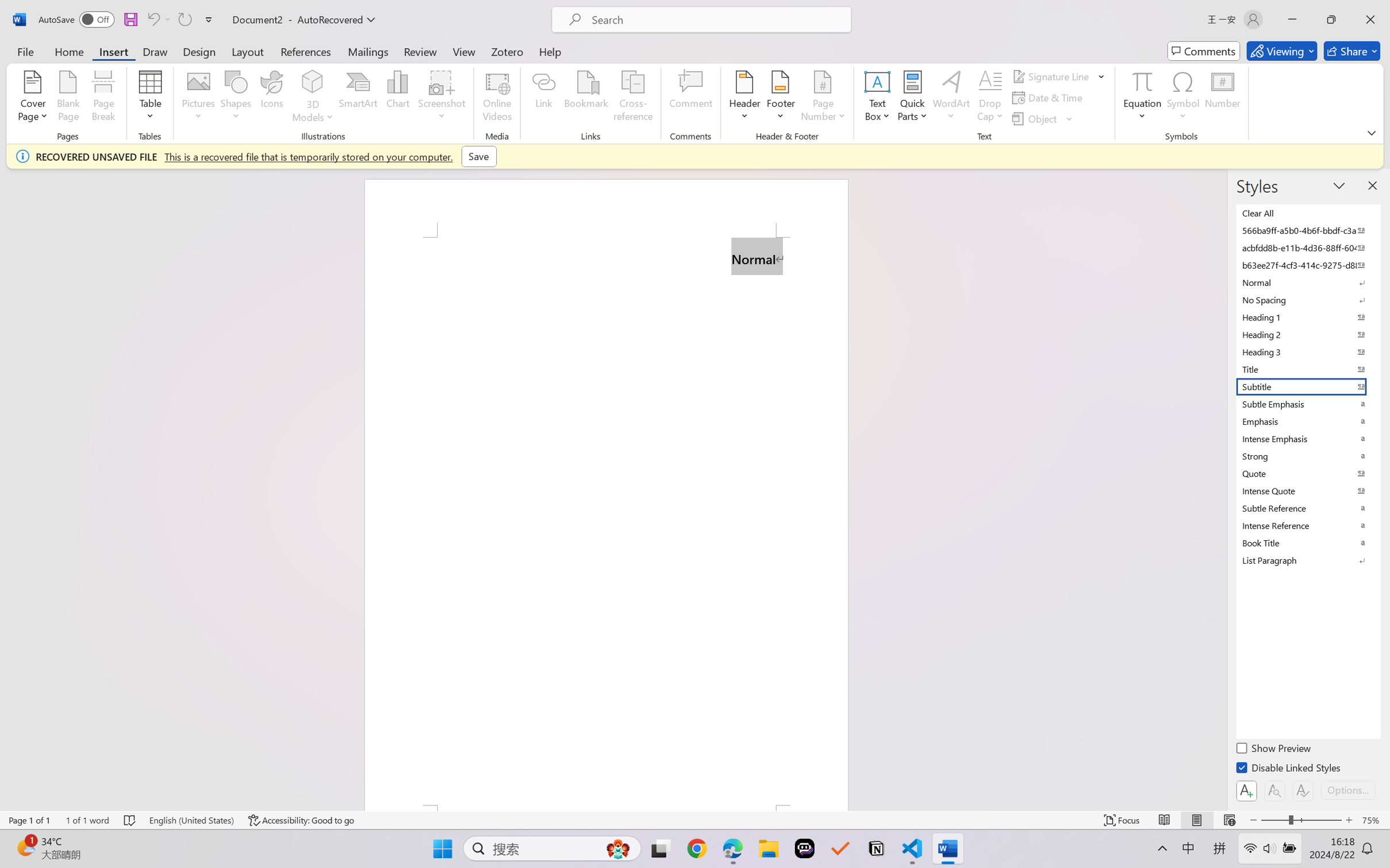 The width and height of the screenshot is (1390, 868). I want to click on 'SmartArt...', so click(358, 98).